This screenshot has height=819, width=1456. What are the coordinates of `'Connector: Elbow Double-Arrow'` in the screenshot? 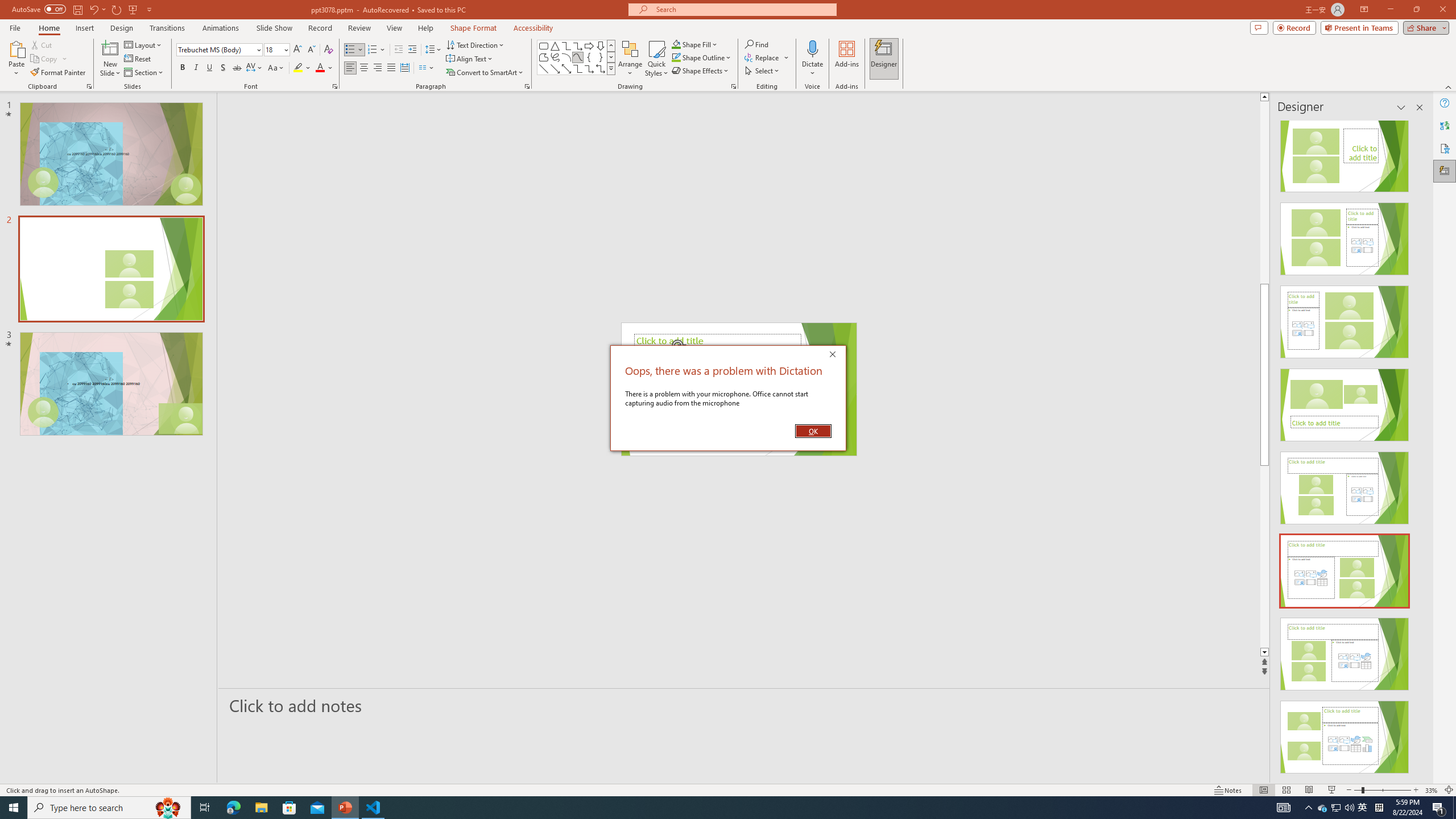 It's located at (600, 68).